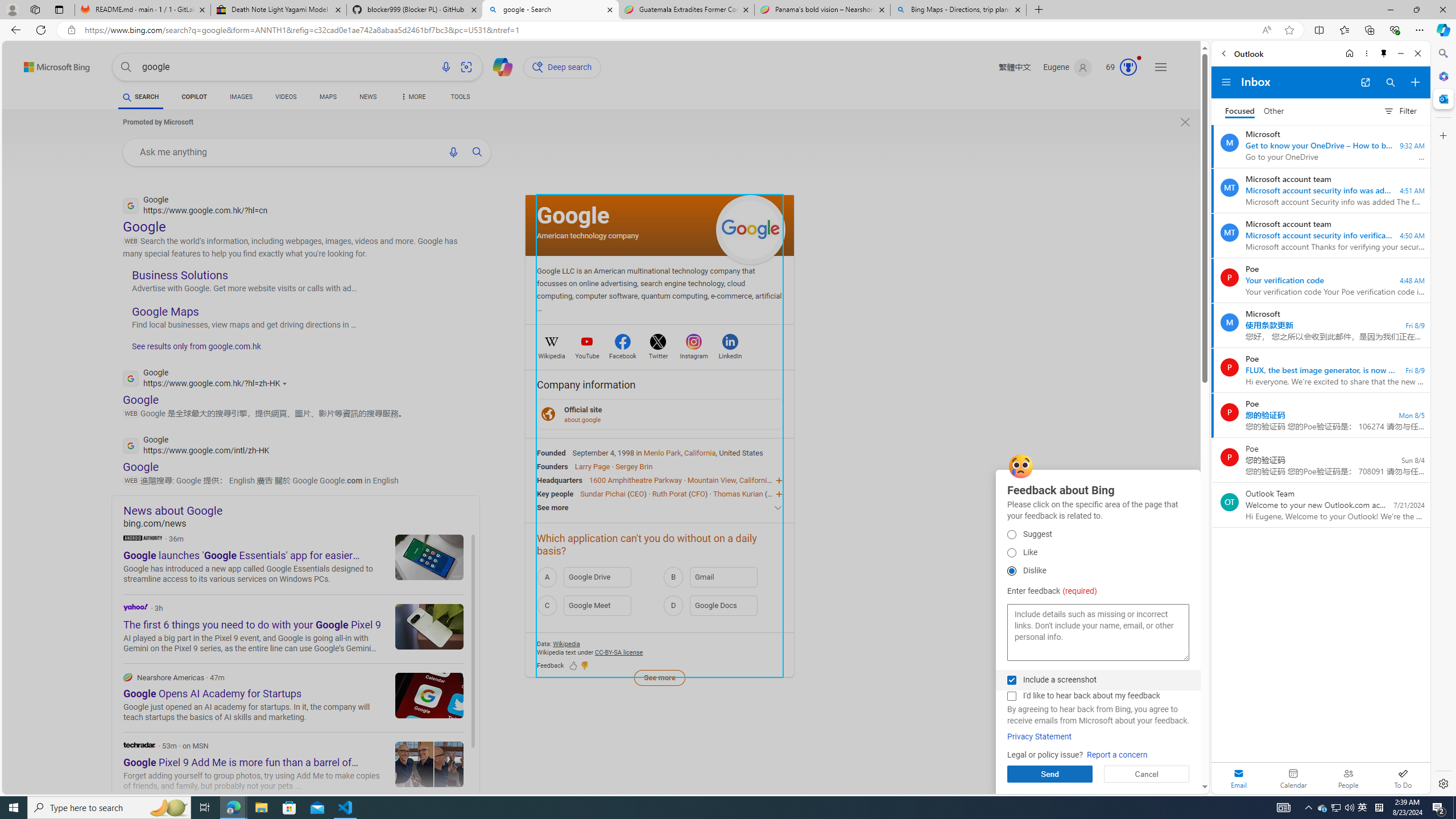 This screenshot has height=819, width=1456. What do you see at coordinates (1400, 111) in the screenshot?
I see `'Filter'` at bounding box center [1400, 111].